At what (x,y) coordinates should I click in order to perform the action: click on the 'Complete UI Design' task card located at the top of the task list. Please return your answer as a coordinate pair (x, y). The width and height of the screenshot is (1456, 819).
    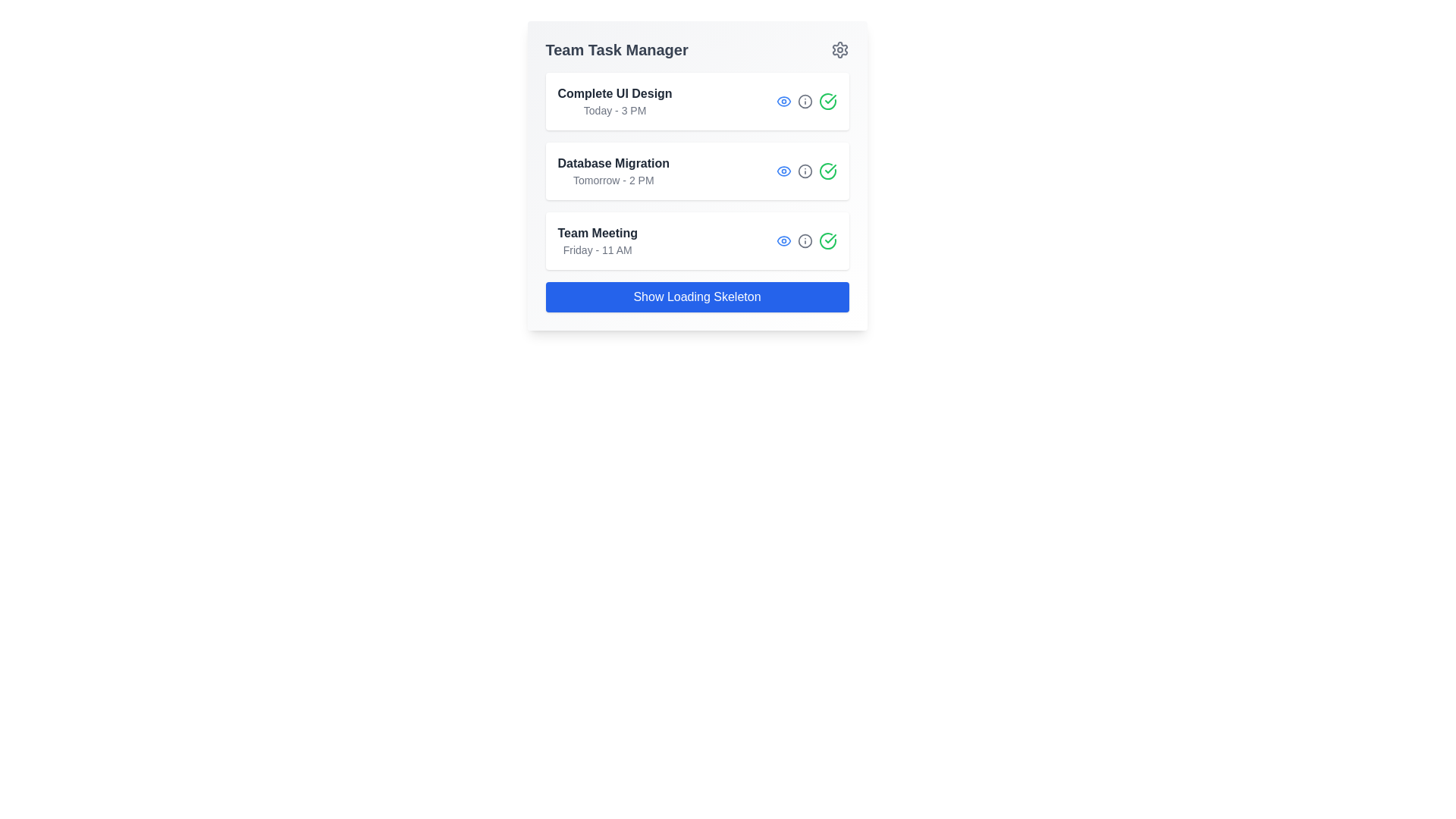
    Looking at the image, I should click on (696, 102).